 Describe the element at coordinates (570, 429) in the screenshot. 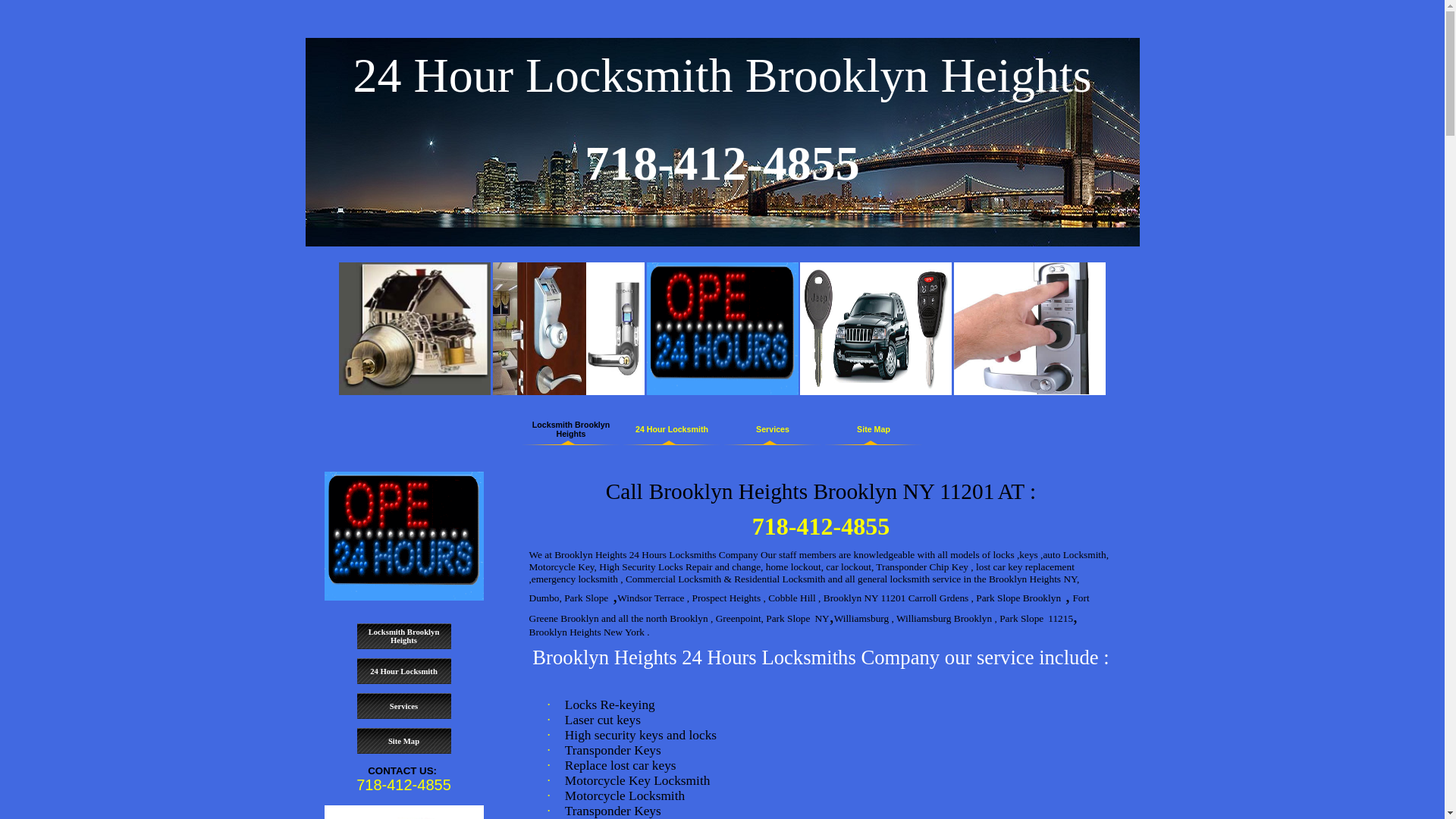

I see `'Locksmith Brooklyn Heights'` at that location.